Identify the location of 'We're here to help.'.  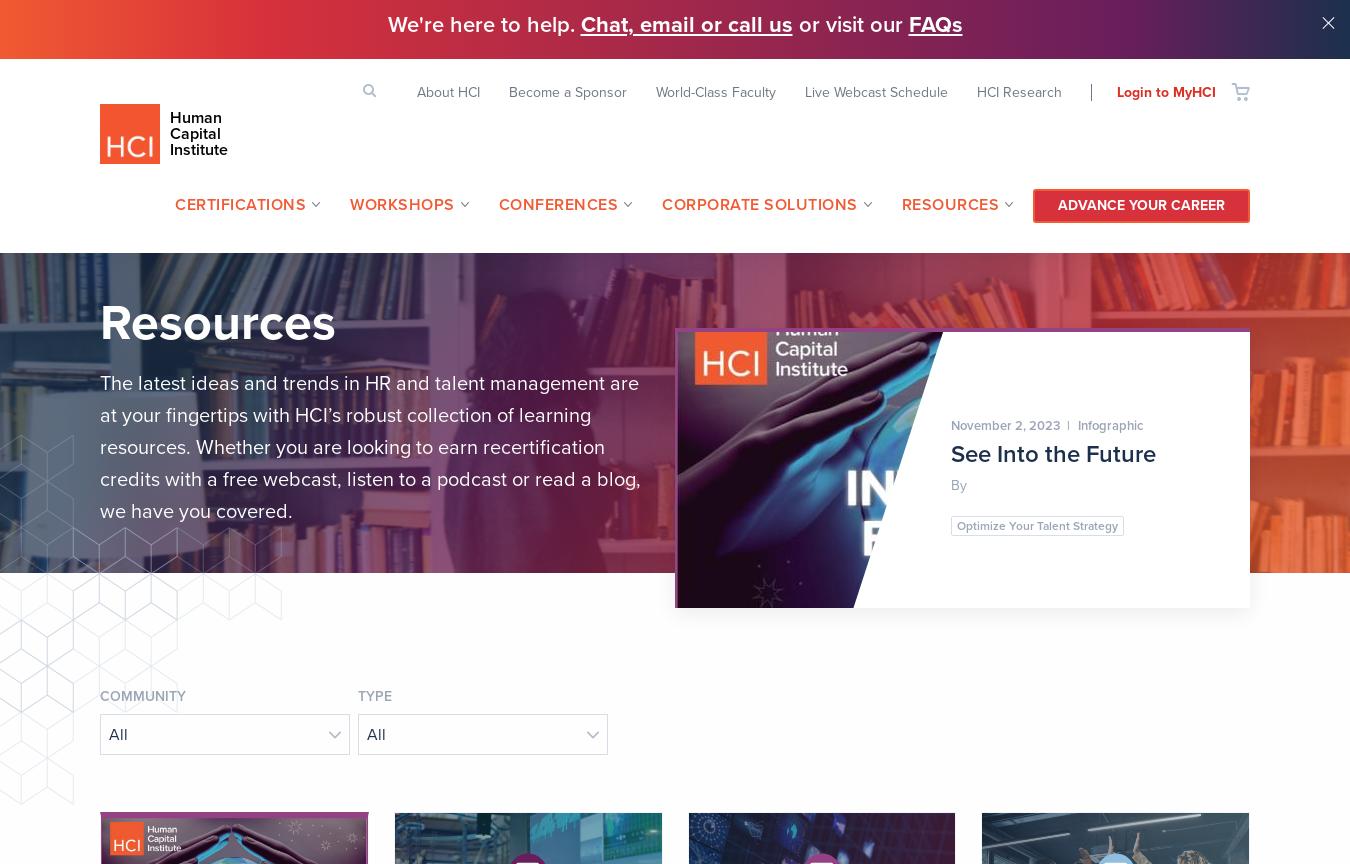
(482, 24).